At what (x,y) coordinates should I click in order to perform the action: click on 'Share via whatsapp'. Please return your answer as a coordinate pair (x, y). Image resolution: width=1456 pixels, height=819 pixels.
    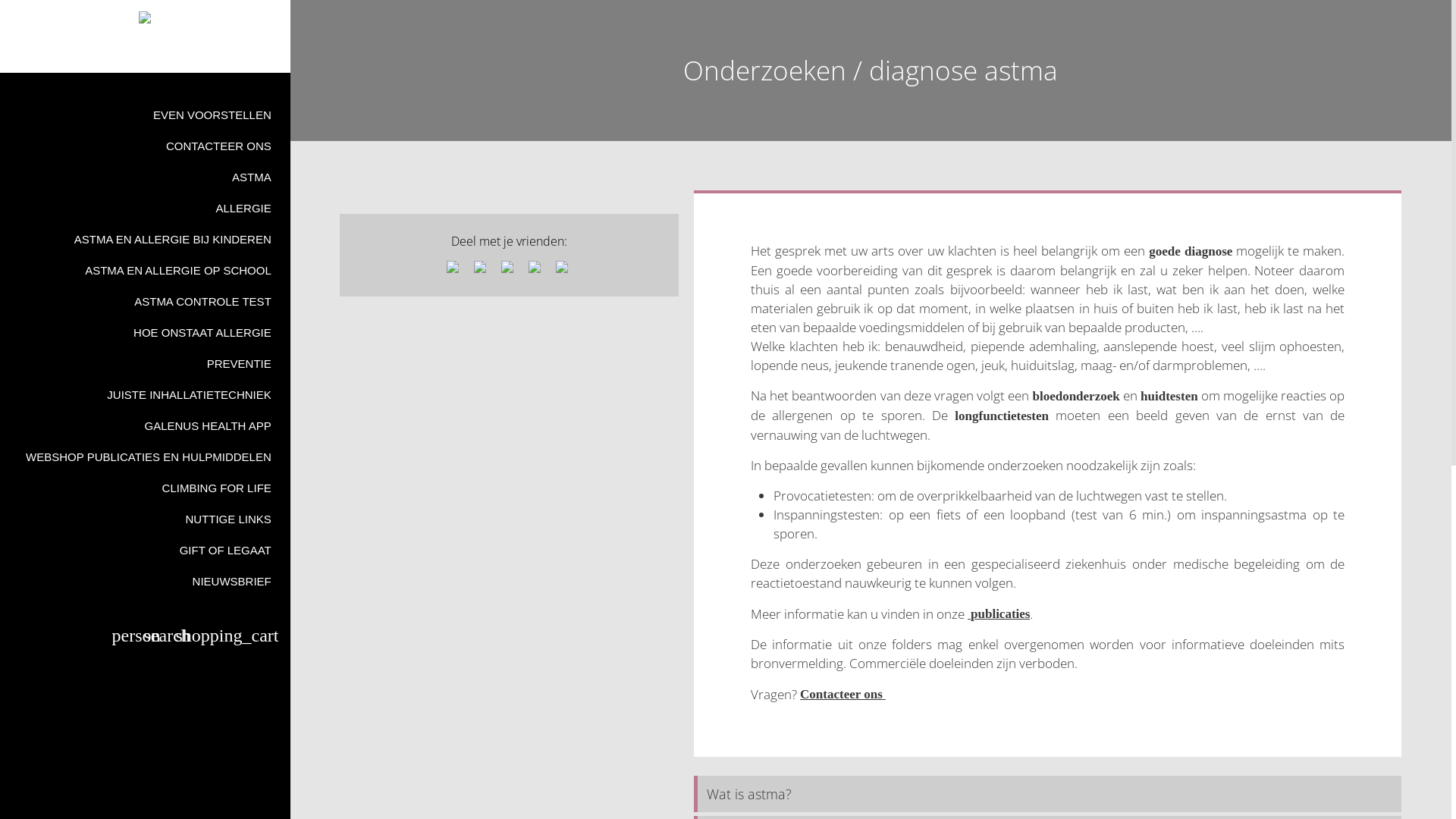
    Looking at the image, I should click on (563, 268).